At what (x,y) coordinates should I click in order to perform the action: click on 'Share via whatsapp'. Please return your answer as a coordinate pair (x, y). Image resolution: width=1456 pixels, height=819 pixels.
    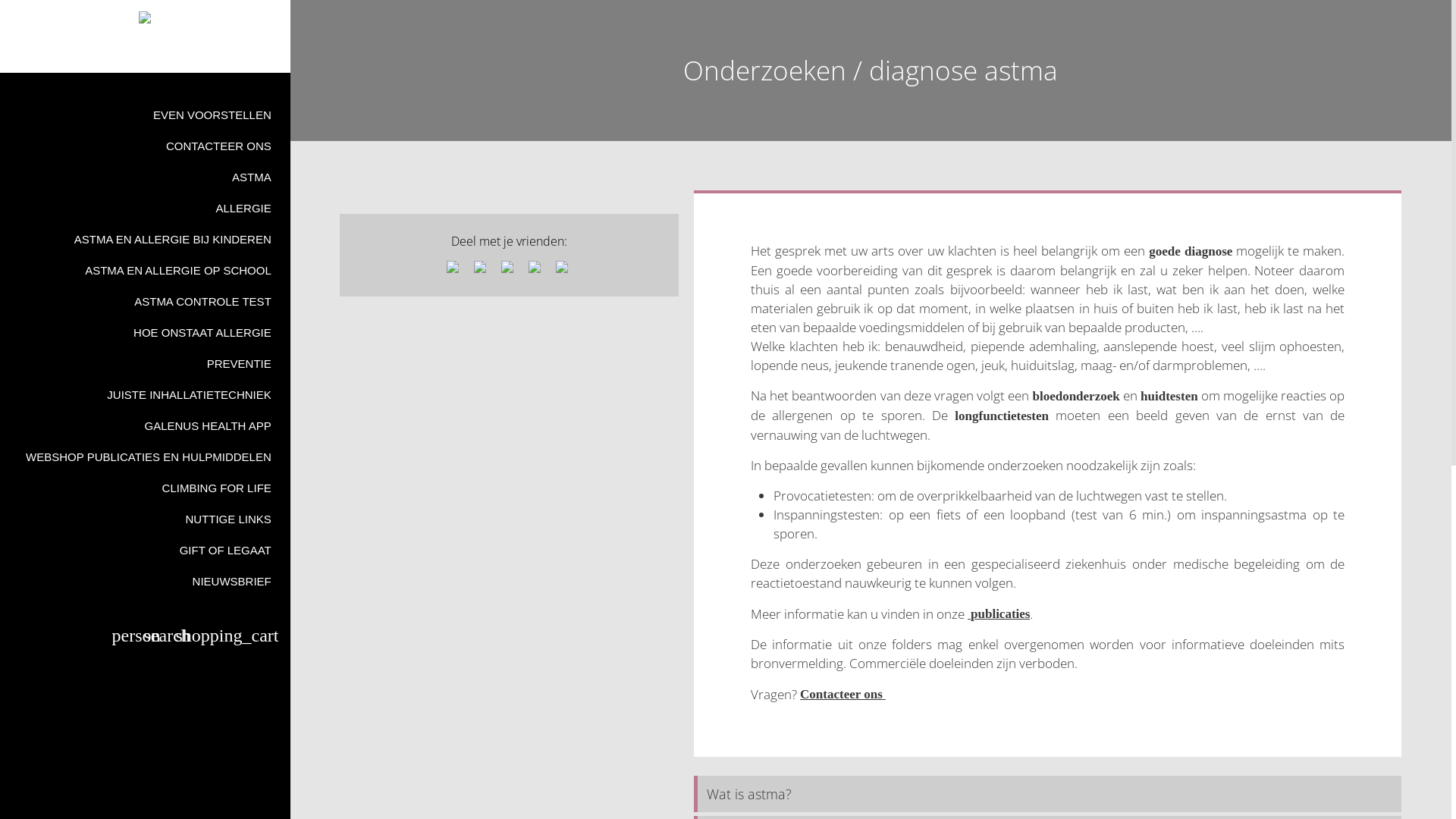
    Looking at the image, I should click on (563, 268).